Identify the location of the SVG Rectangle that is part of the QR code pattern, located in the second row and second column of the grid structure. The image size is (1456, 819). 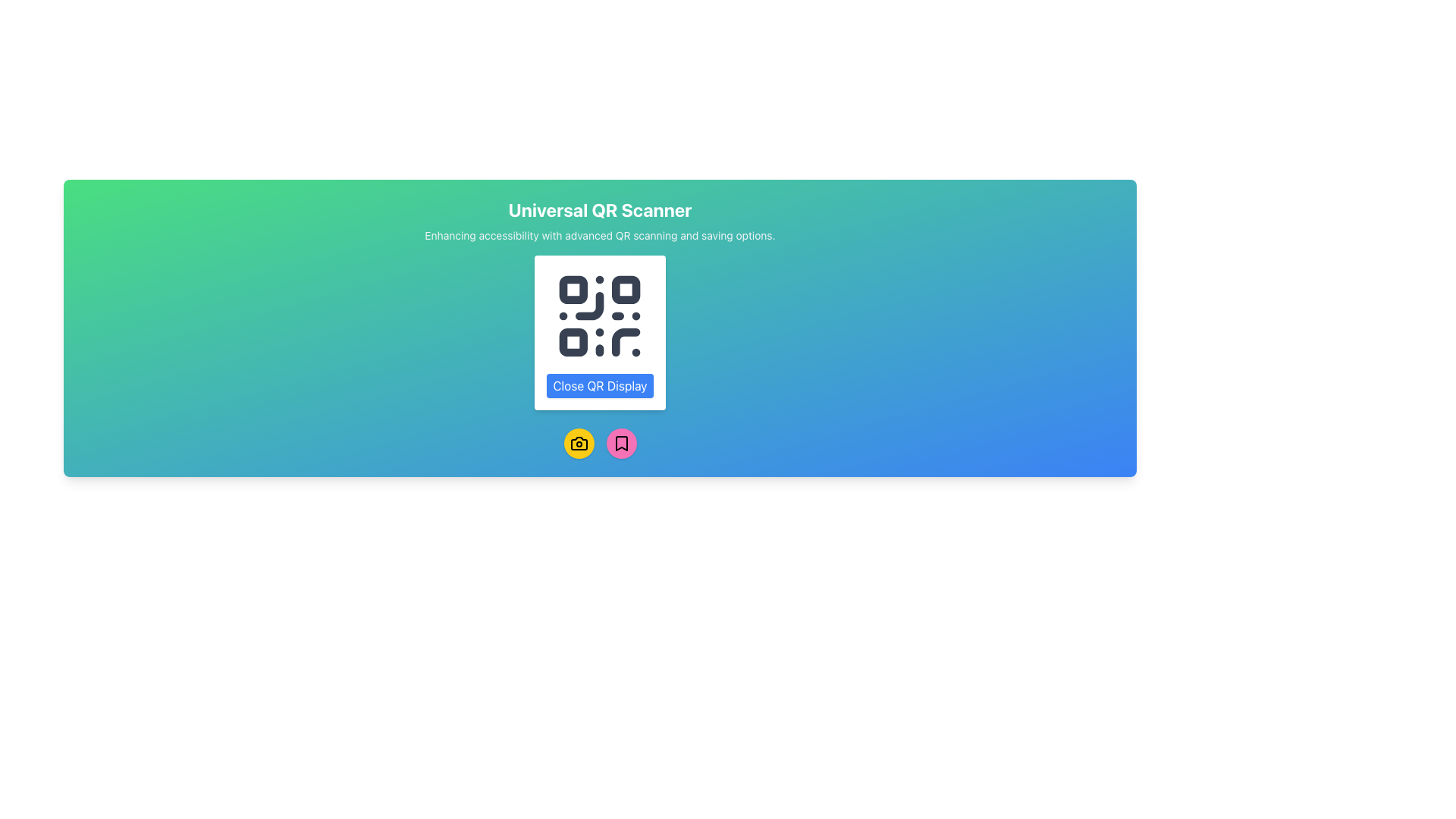
(626, 290).